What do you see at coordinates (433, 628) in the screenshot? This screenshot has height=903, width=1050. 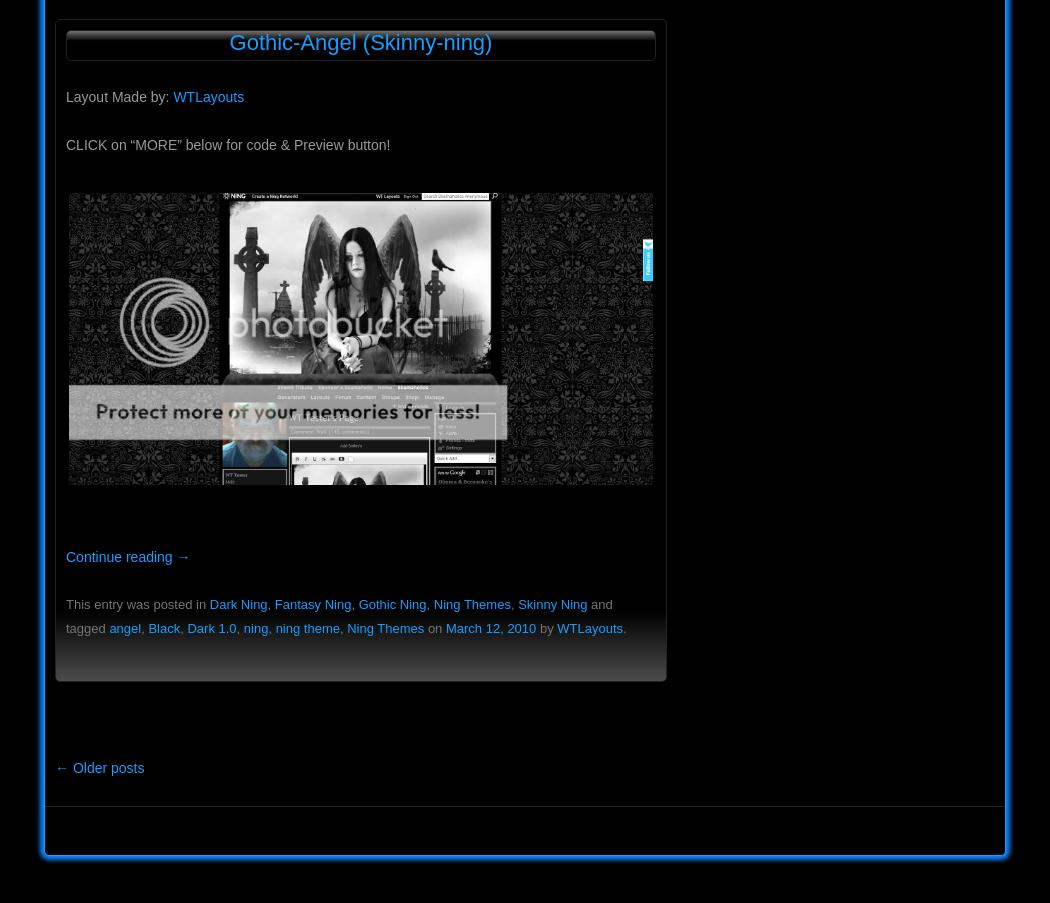 I see `'on'` at bounding box center [433, 628].